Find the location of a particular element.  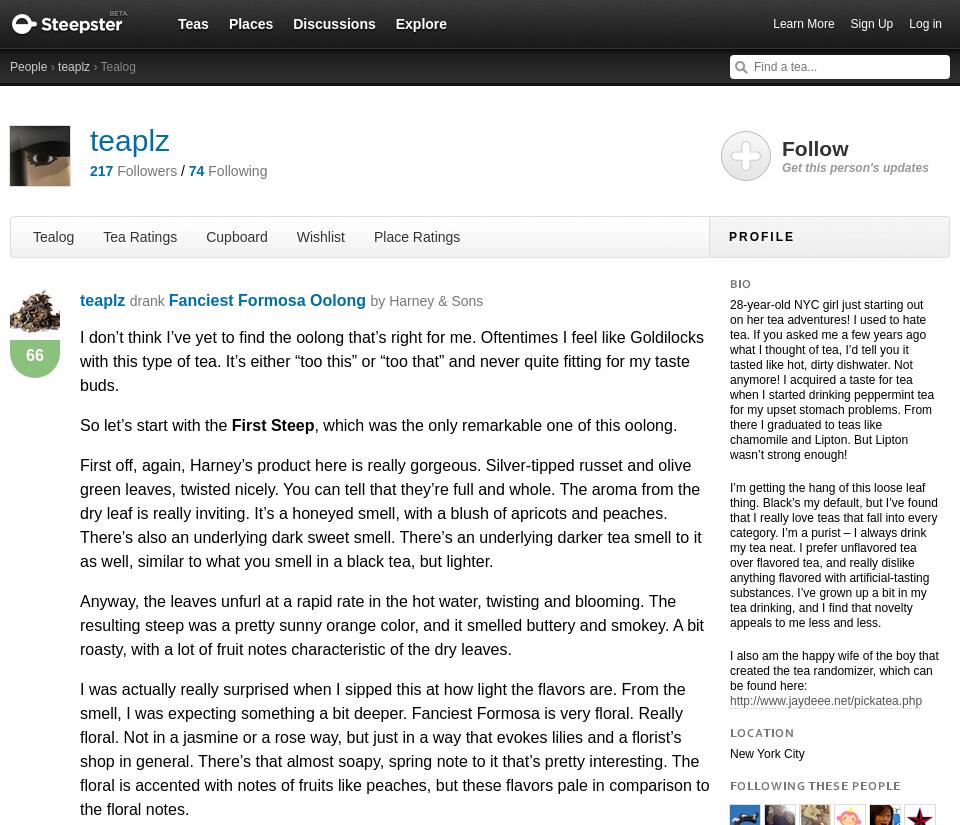

'http://www.jaydeee.net/pickatea.php' is located at coordinates (825, 700).